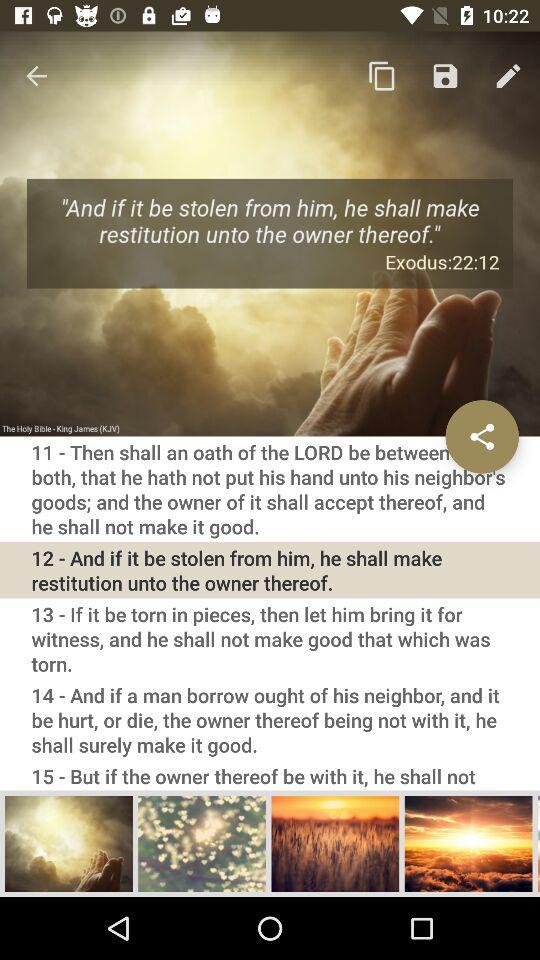 The height and width of the screenshot is (960, 540). What do you see at coordinates (68, 842) in the screenshot?
I see `item at the bottom left corner` at bounding box center [68, 842].